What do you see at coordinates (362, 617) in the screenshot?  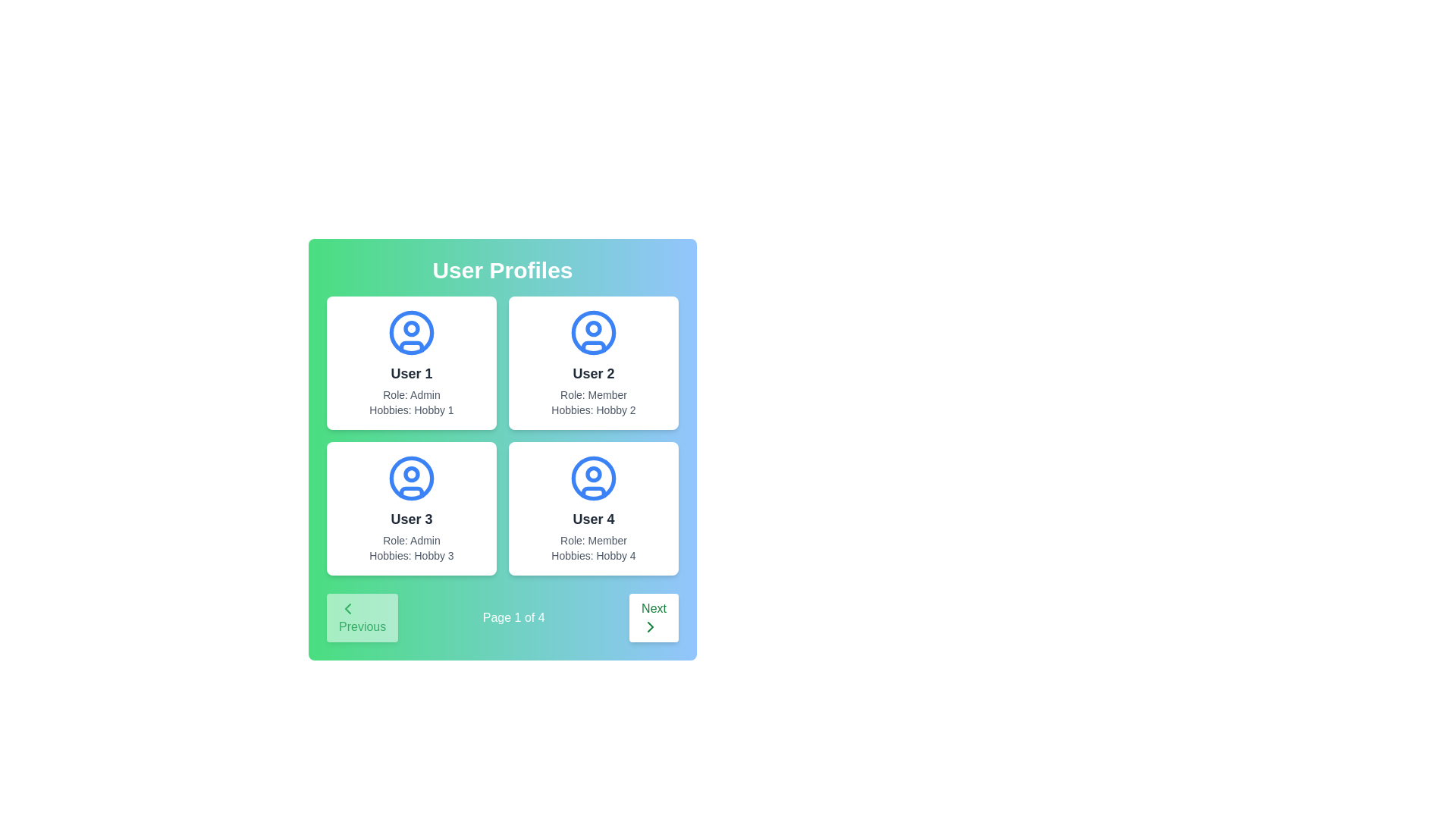 I see `the leftmost button in the horizontal navigation group at the bottom of the UI` at bounding box center [362, 617].